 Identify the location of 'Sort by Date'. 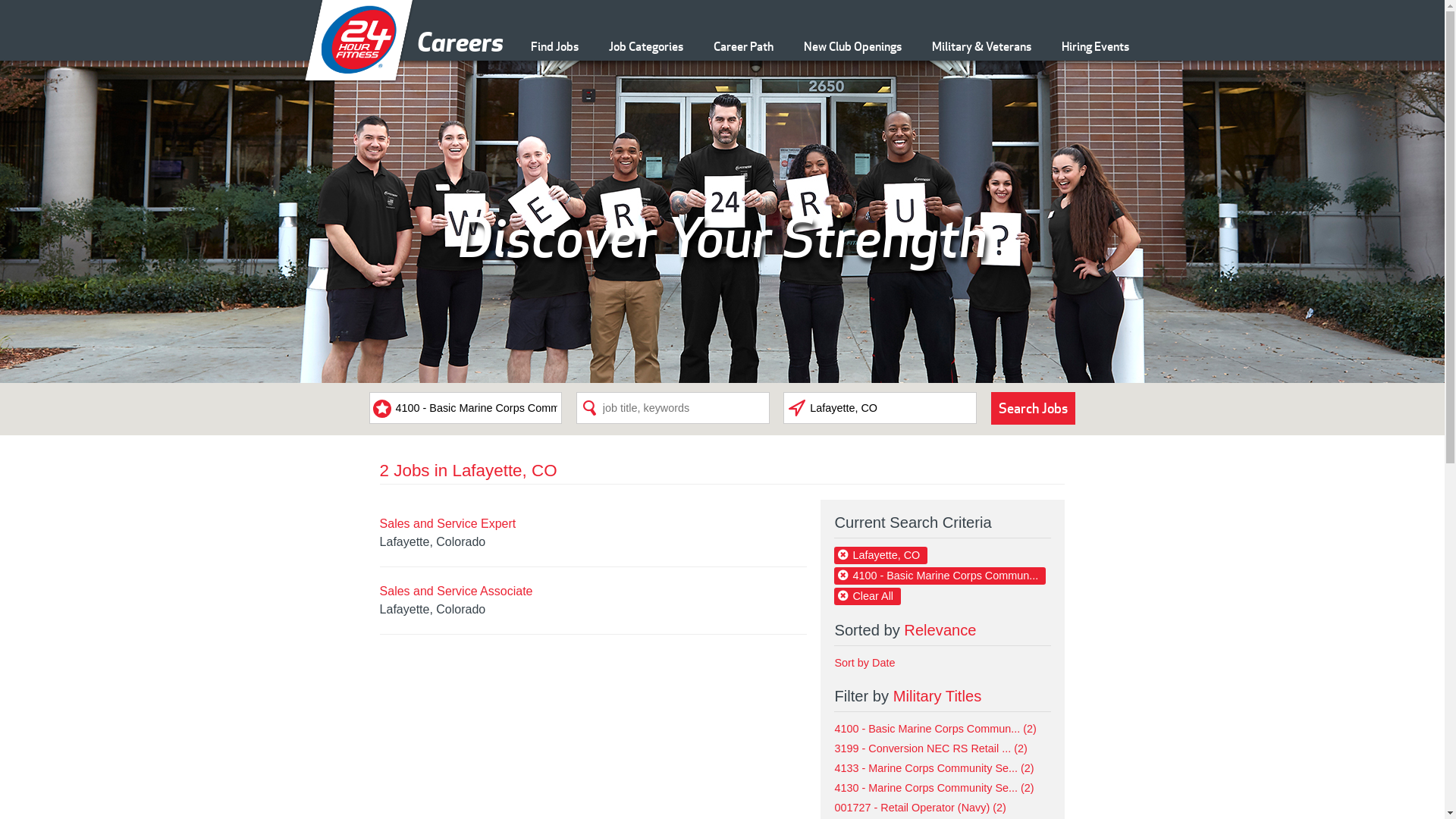
(864, 662).